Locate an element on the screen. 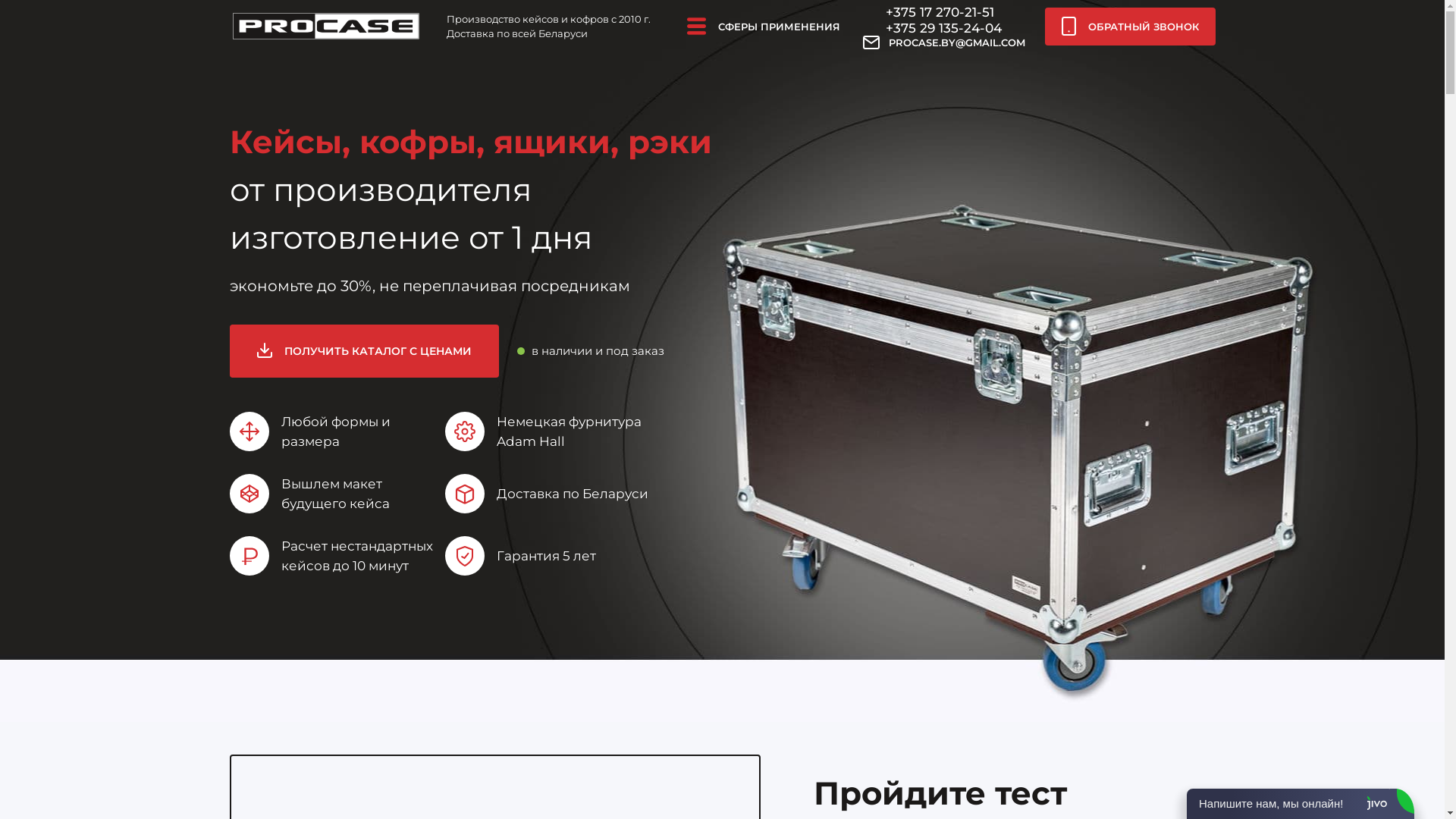 Image resolution: width=1456 pixels, height=819 pixels. 'PROCASE.BY@GMAIL.COM' is located at coordinates (943, 42).